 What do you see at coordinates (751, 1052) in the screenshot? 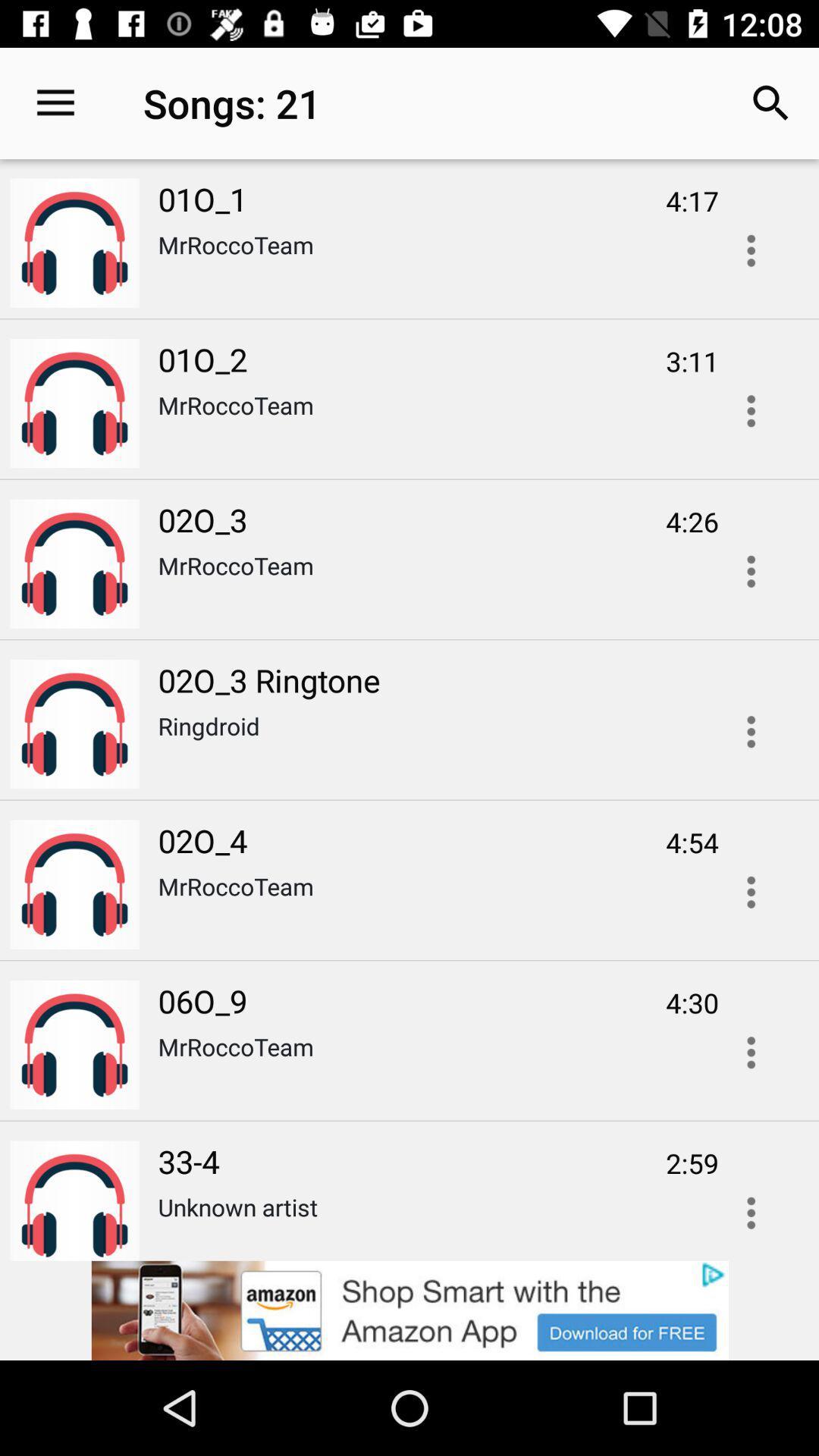
I see `over view option` at bounding box center [751, 1052].